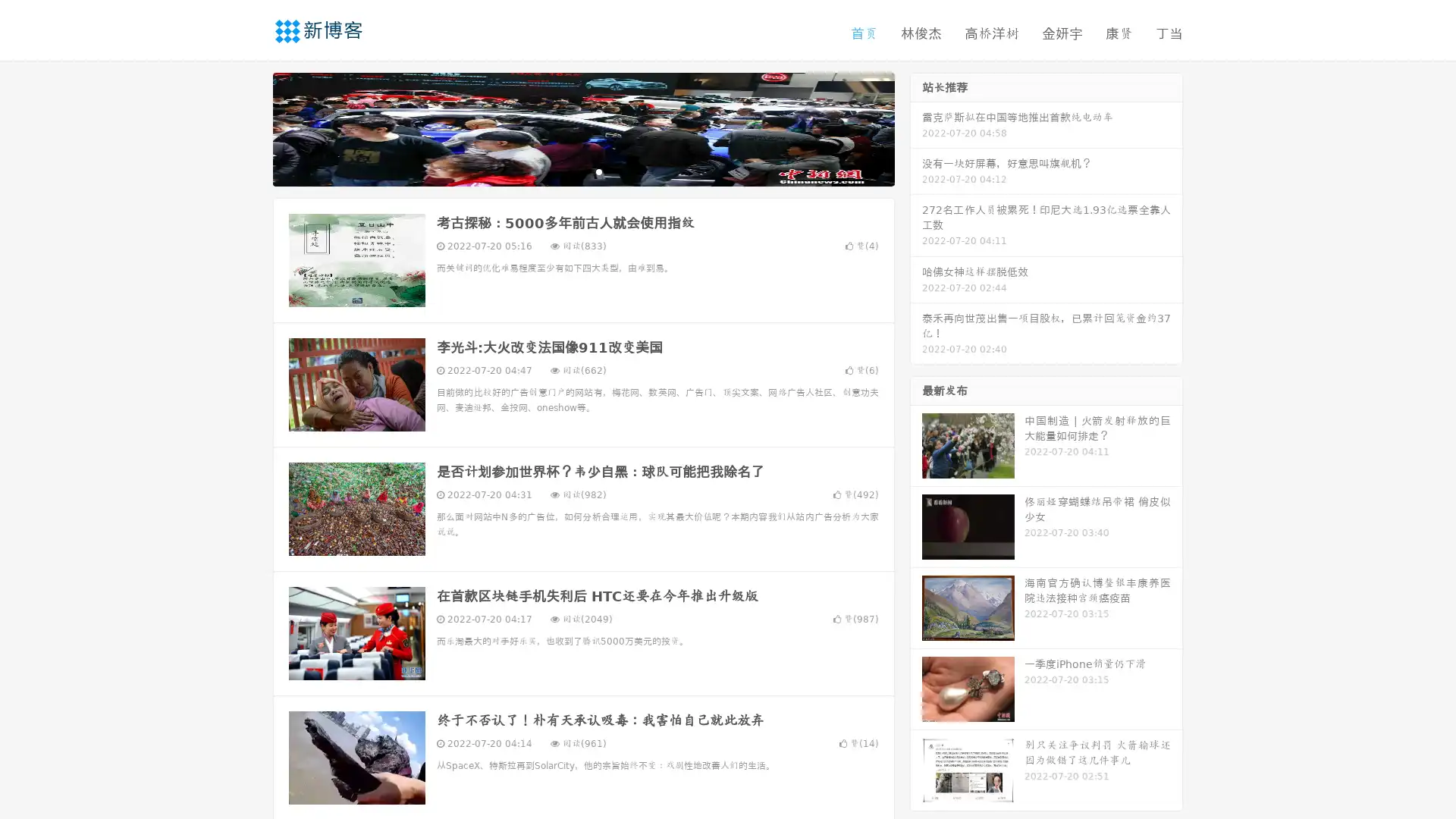 The height and width of the screenshot is (819, 1456). Describe the element at coordinates (582, 171) in the screenshot. I see `Go to slide 2` at that location.